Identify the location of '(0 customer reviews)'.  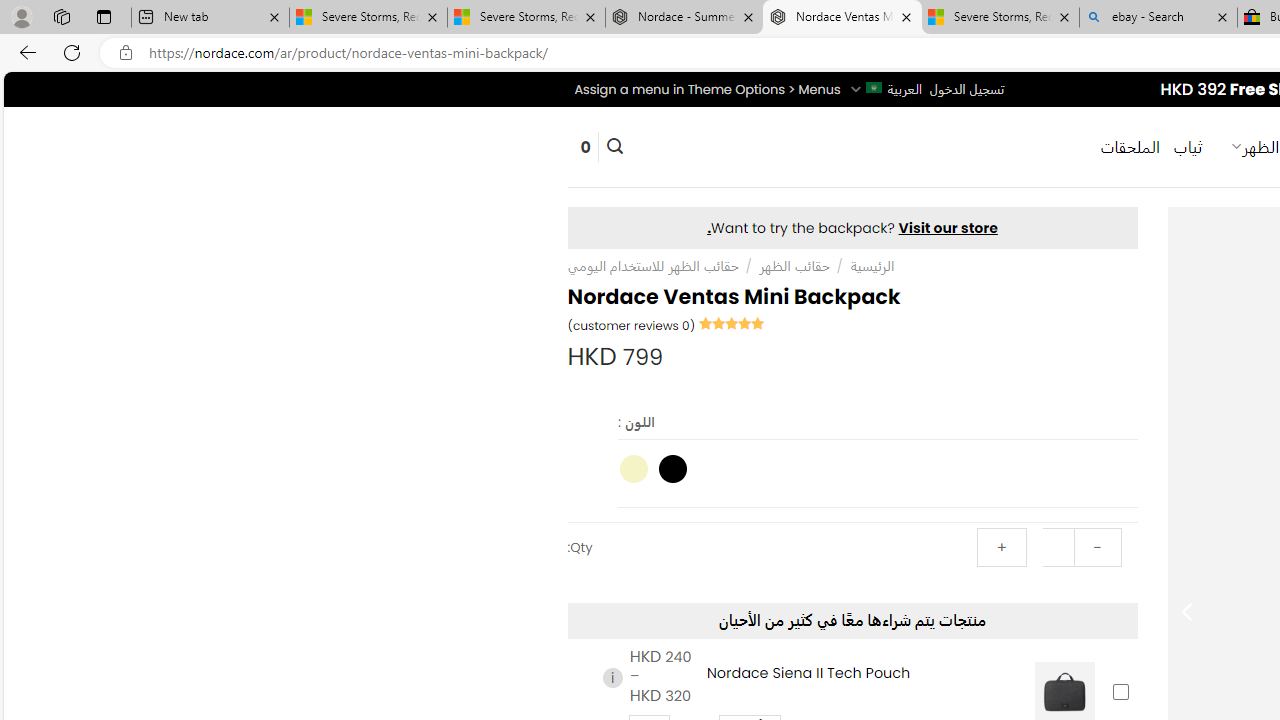
(630, 324).